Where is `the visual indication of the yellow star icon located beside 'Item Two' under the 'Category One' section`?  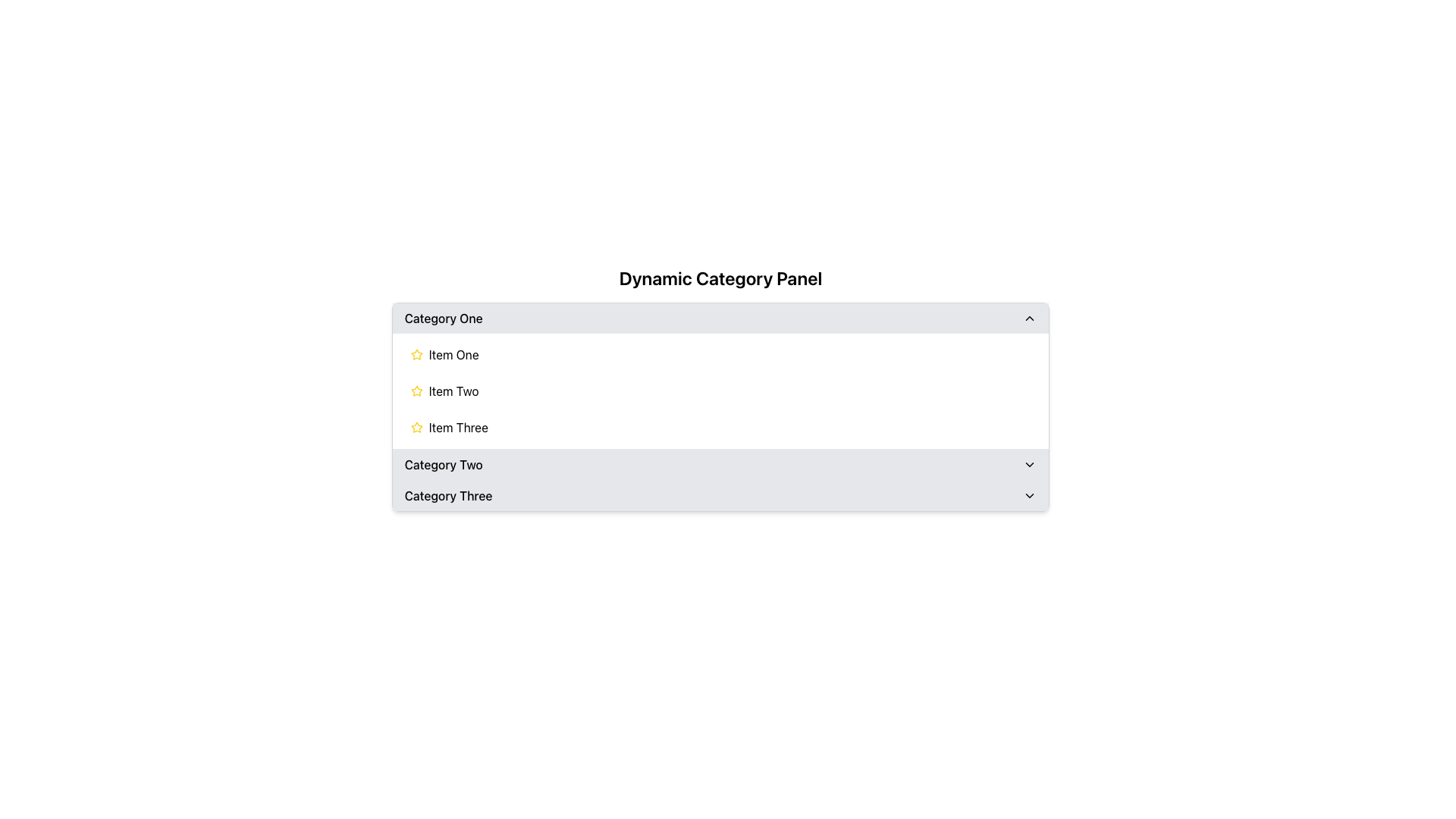 the visual indication of the yellow star icon located beside 'Item Two' under the 'Category One' section is located at coordinates (416, 391).